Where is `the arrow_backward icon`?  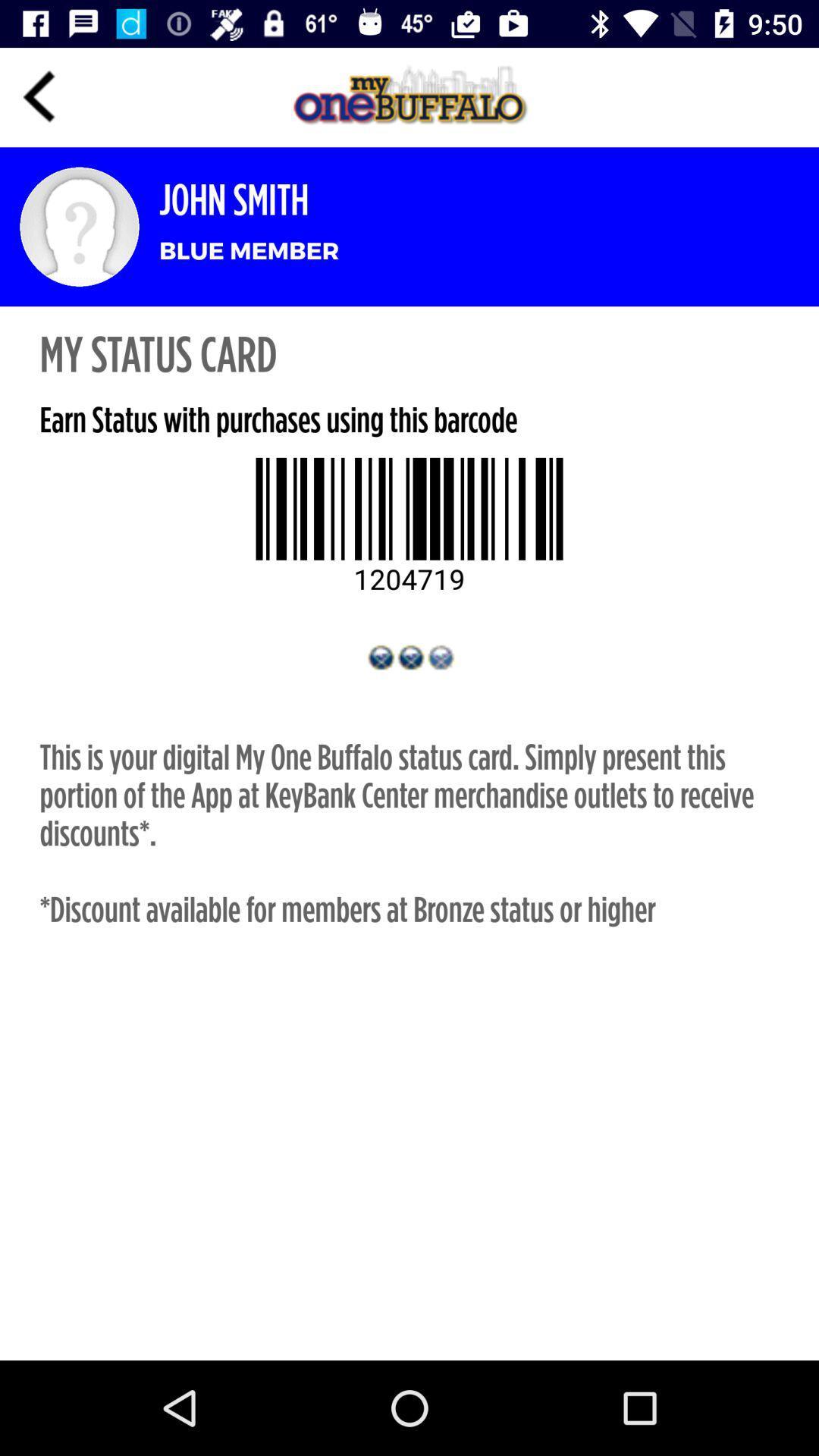
the arrow_backward icon is located at coordinates (39, 96).